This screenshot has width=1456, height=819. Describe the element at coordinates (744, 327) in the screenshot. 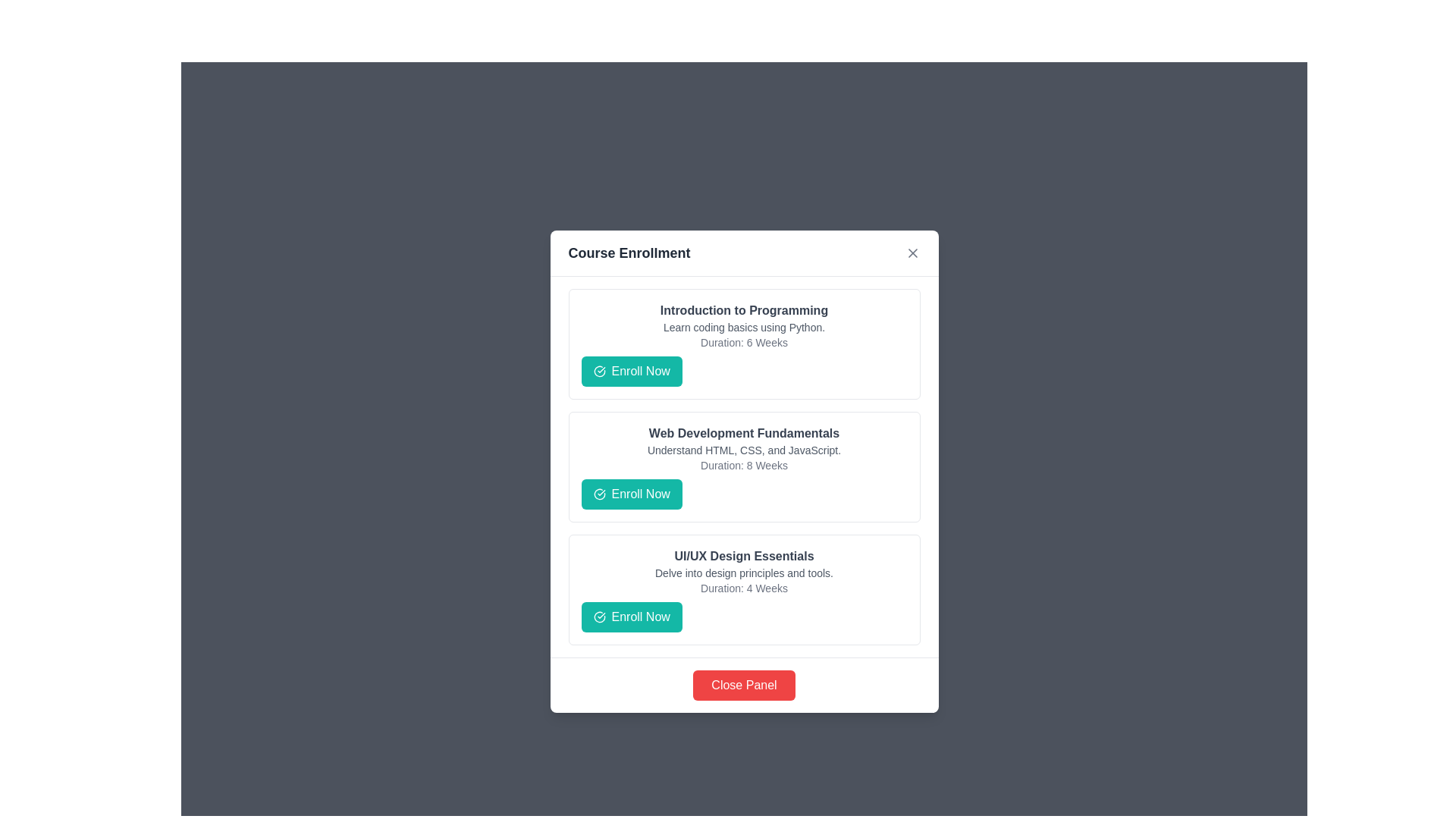

I see `the text label reading 'Learn coding basics using Python.' which is styled in a small-sized, gray font and is located inside the course card under the title 'Introduction to Programming'` at that location.